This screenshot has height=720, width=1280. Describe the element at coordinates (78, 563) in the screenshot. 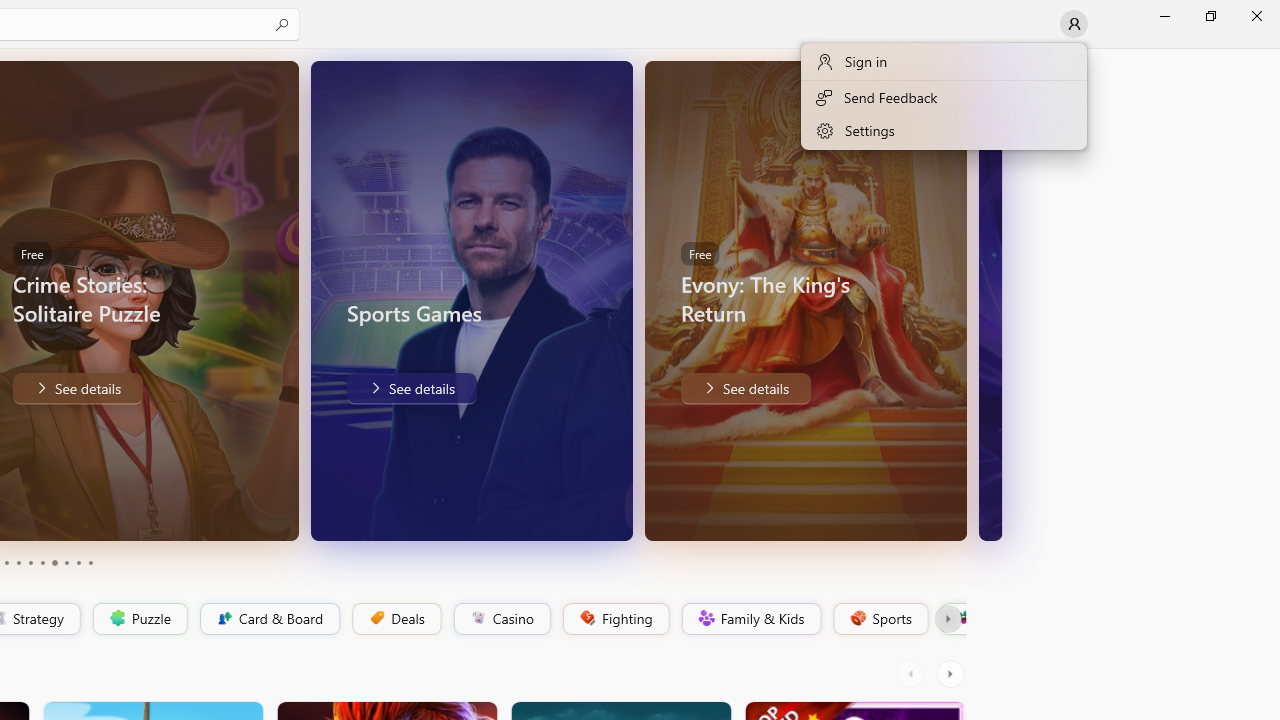

I see `'Page 9'` at that location.